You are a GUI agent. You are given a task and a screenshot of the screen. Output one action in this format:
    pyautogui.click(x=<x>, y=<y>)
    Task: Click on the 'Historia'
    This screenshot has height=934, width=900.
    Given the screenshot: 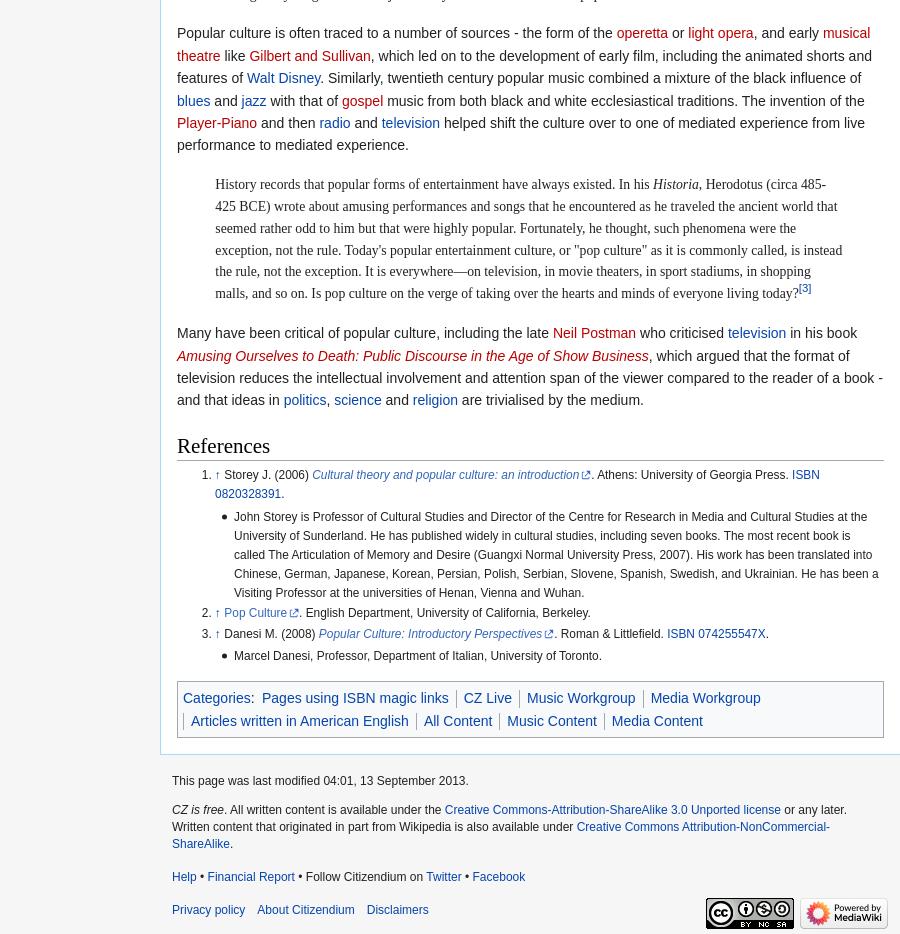 What is the action you would take?
    pyautogui.click(x=675, y=183)
    